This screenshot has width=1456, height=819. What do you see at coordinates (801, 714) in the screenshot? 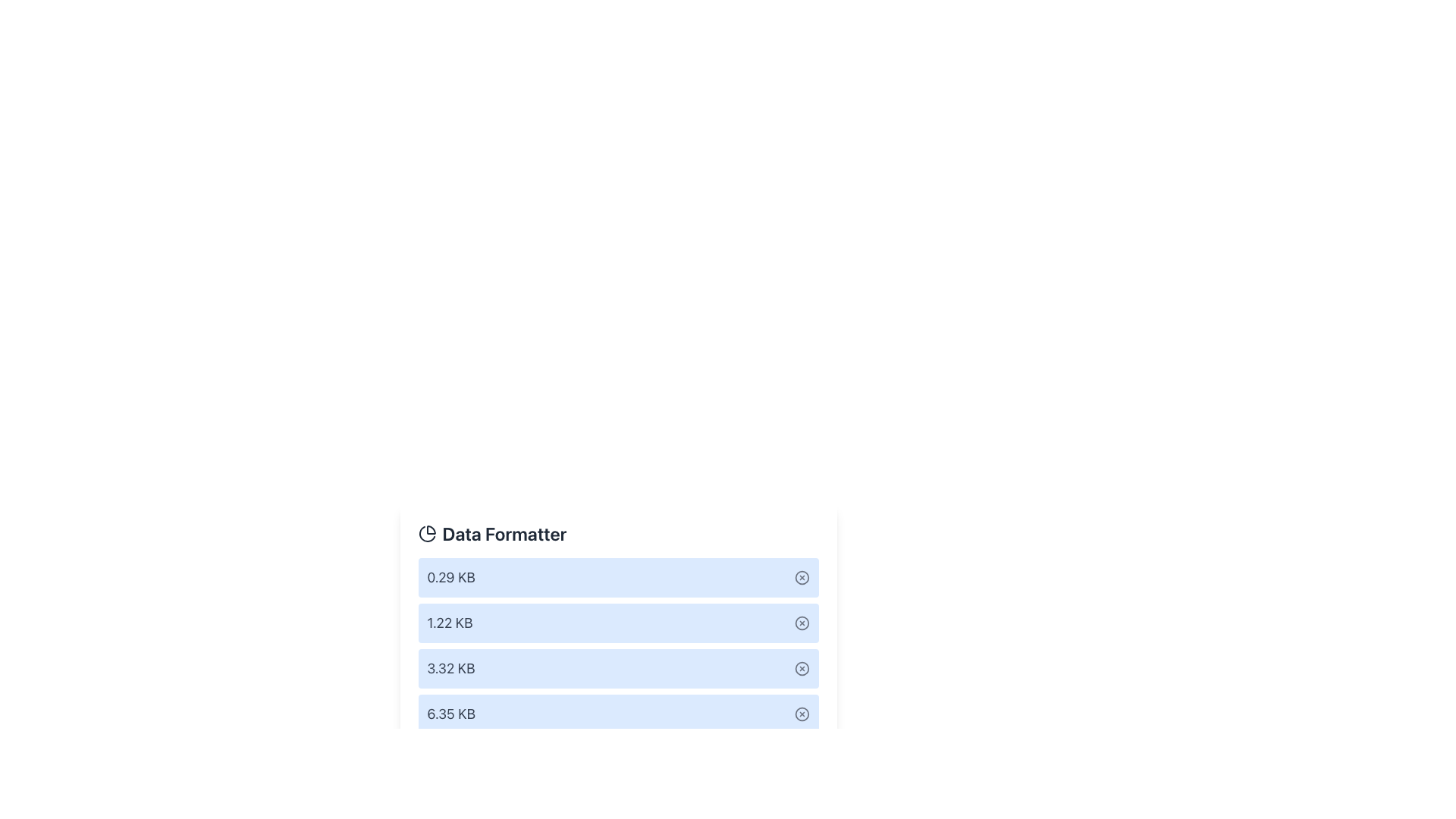
I see `the delete button located in the center-right corner of the list item styled with a blue background, which is associated with the text '6.35 KB'` at bounding box center [801, 714].